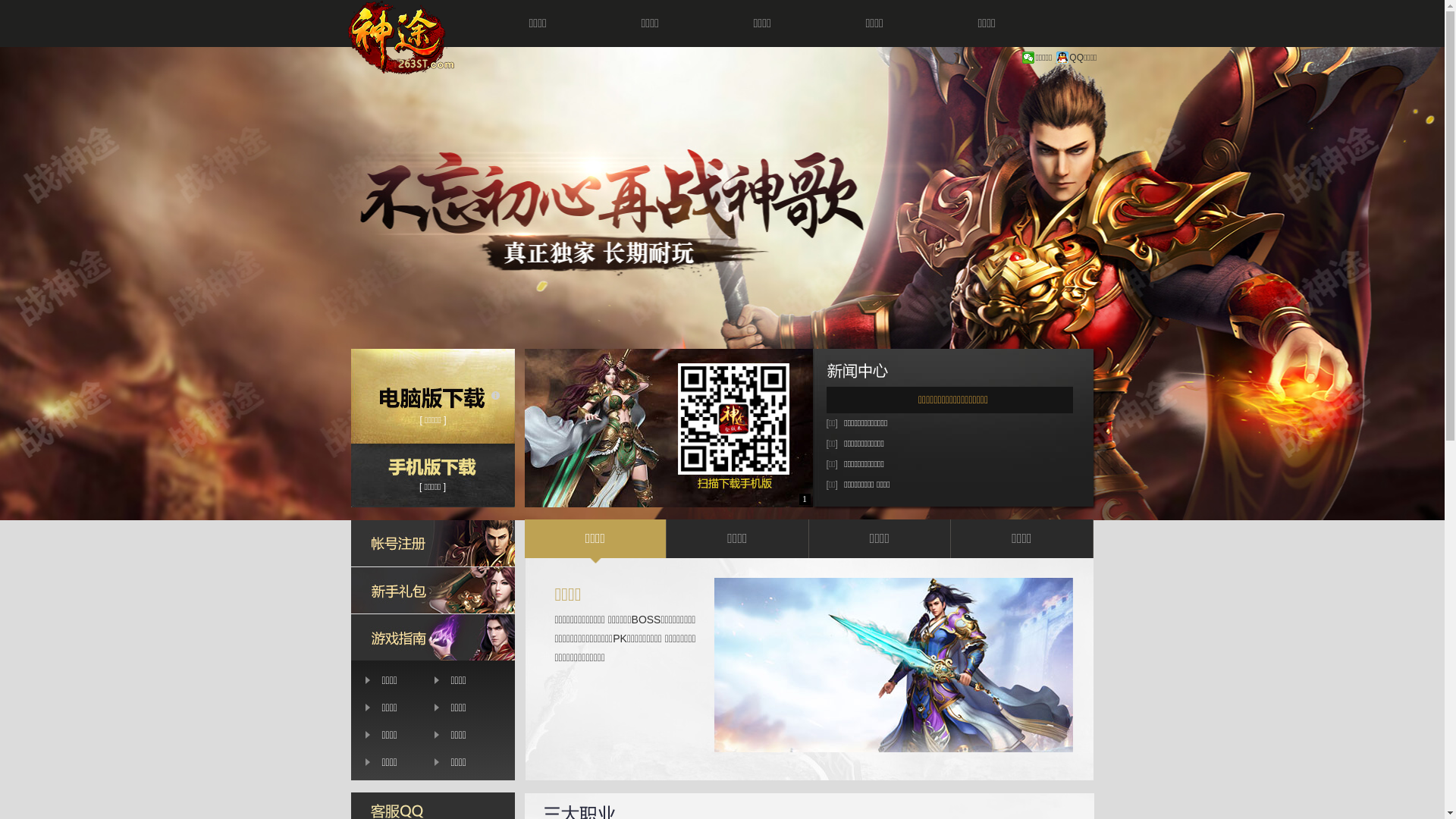 The height and width of the screenshot is (819, 1456). Describe the element at coordinates (799, 499) in the screenshot. I see `'1'` at that location.